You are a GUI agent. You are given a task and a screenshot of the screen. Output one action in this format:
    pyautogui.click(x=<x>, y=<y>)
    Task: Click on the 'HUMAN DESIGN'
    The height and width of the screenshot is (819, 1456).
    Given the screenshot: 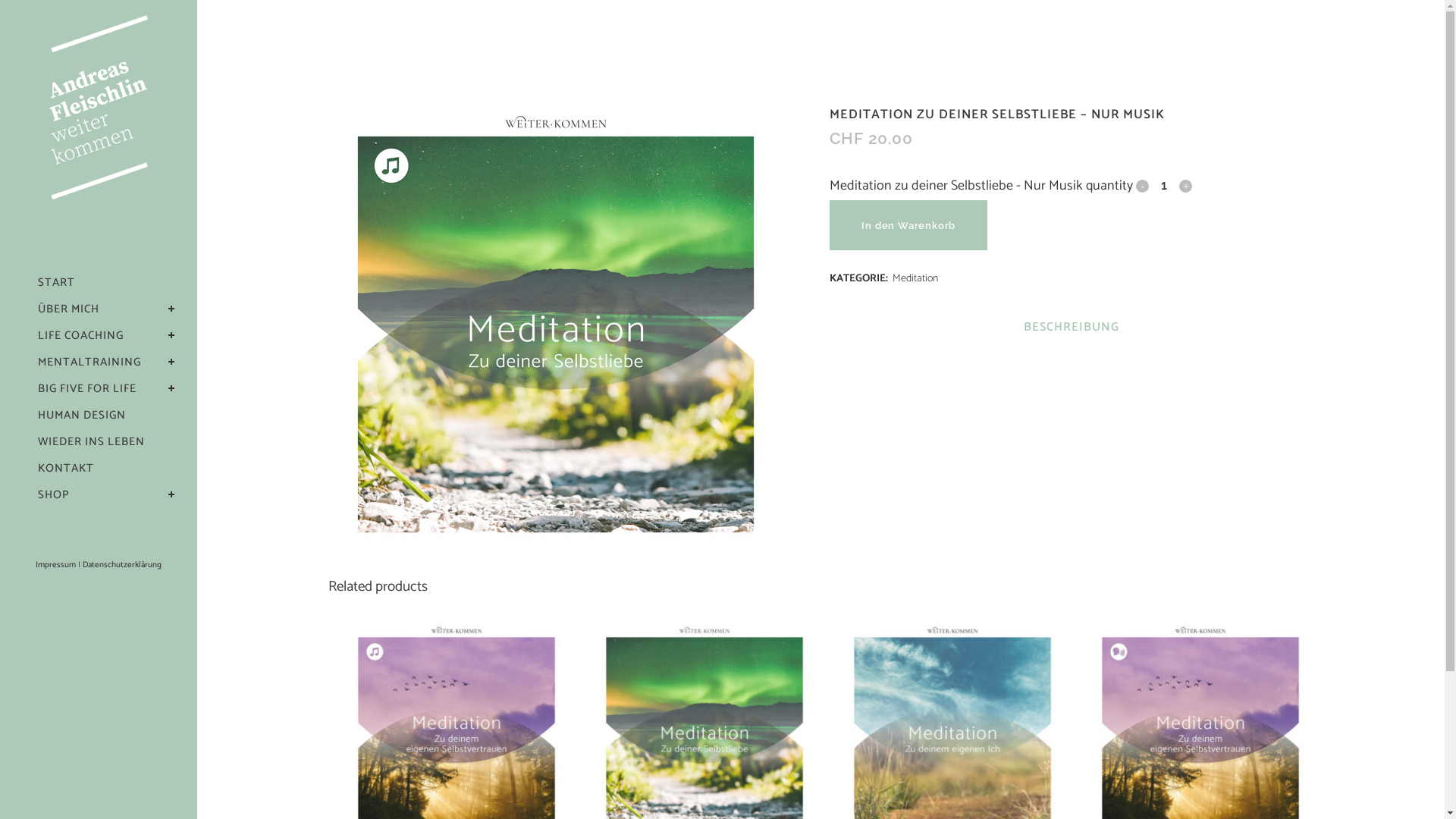 What is the action you would take?
    pyautogui.click(x=105, y=415)
    